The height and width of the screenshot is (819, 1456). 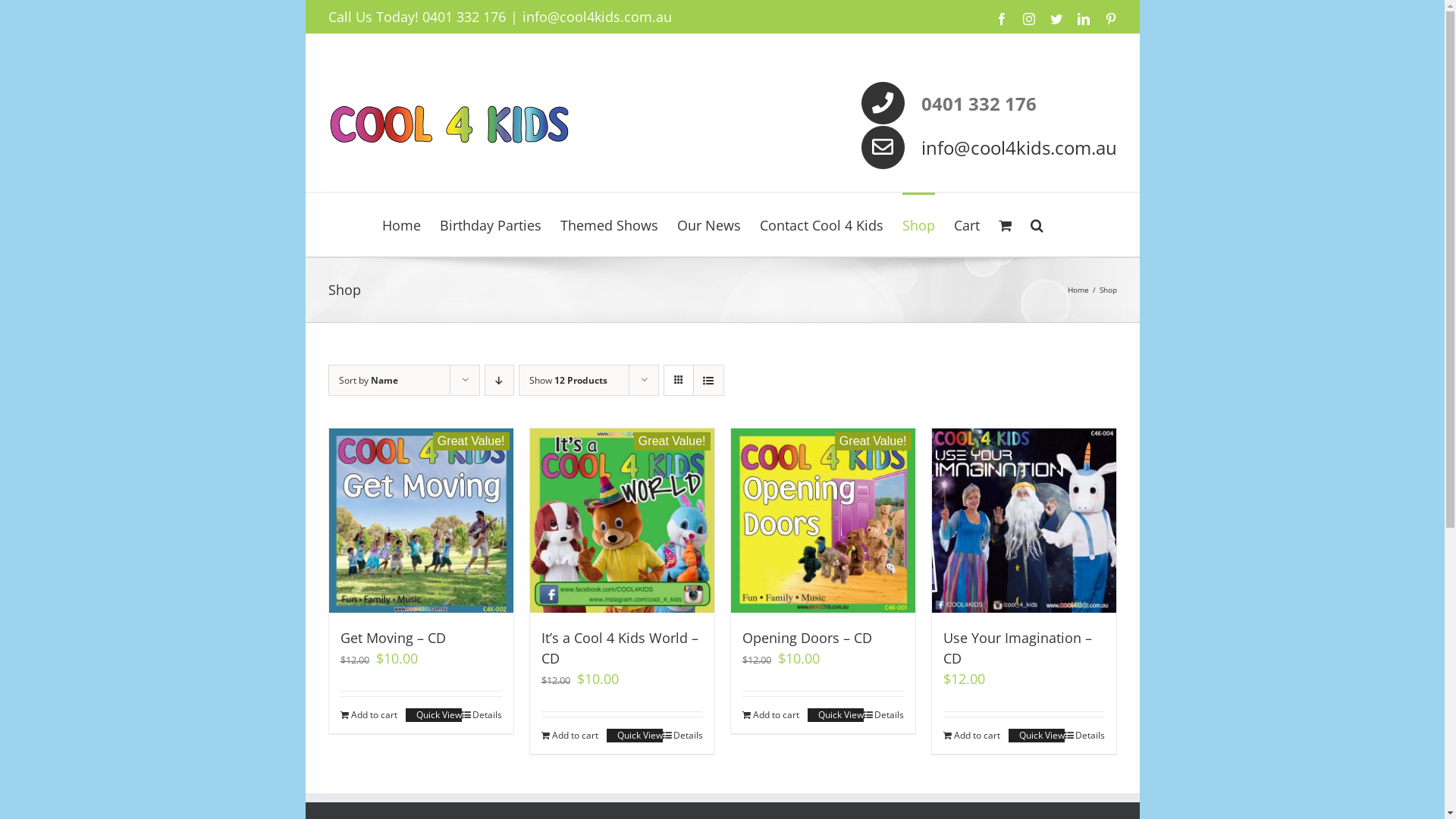 What do you see at coordinates (1110, 18) in the screenshot?
I see `'Pinterest'` at bounding box center [1110, 18].